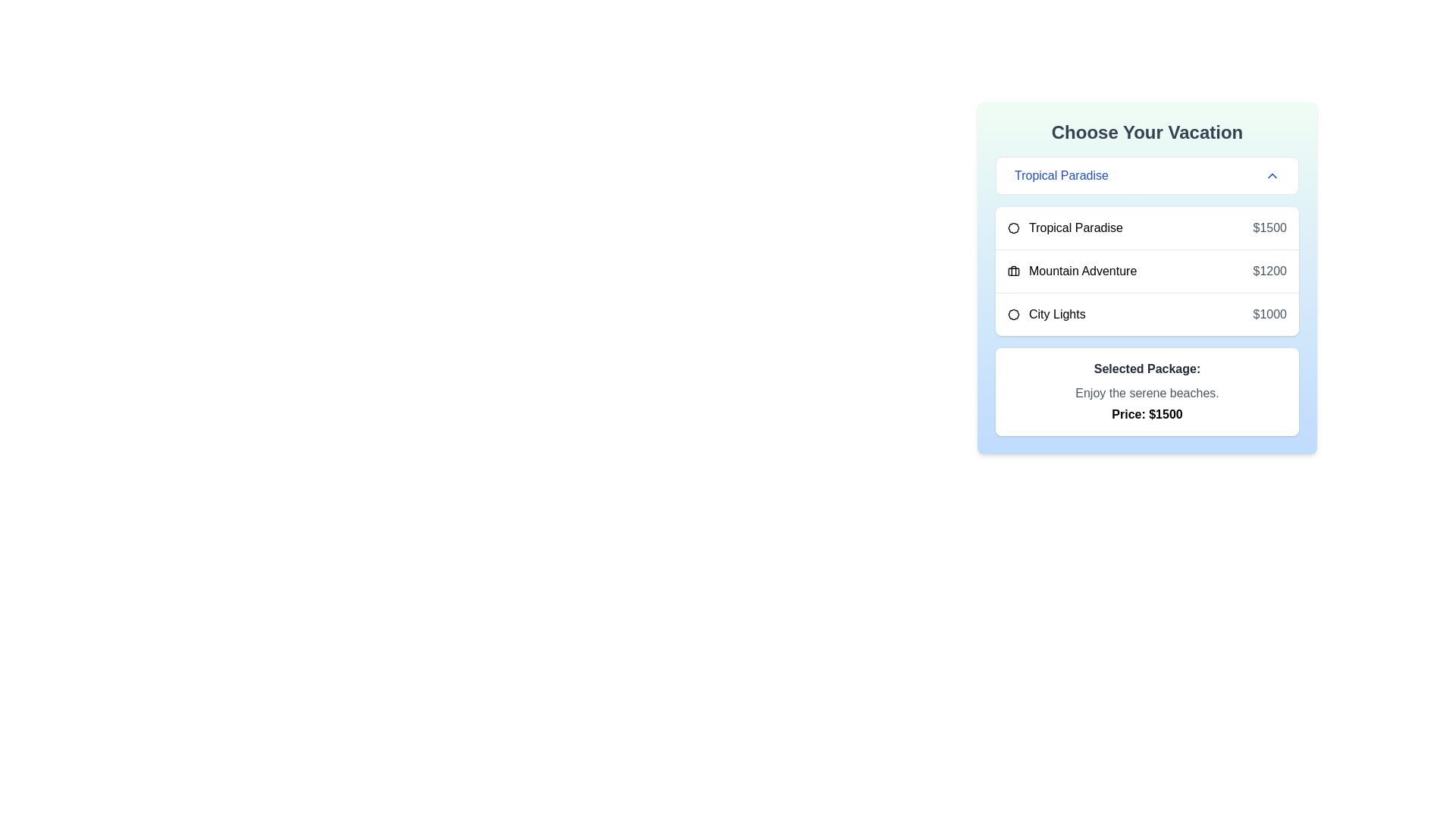 This screenshot has height=819, width=1456. What do you see at coordinates (1147, 227) in the screenshot?
I see `the first selectable list item labeled 'Tropical Paradise' in the 'Choose Your Vacation' options` at bounding box center [1147, 227].